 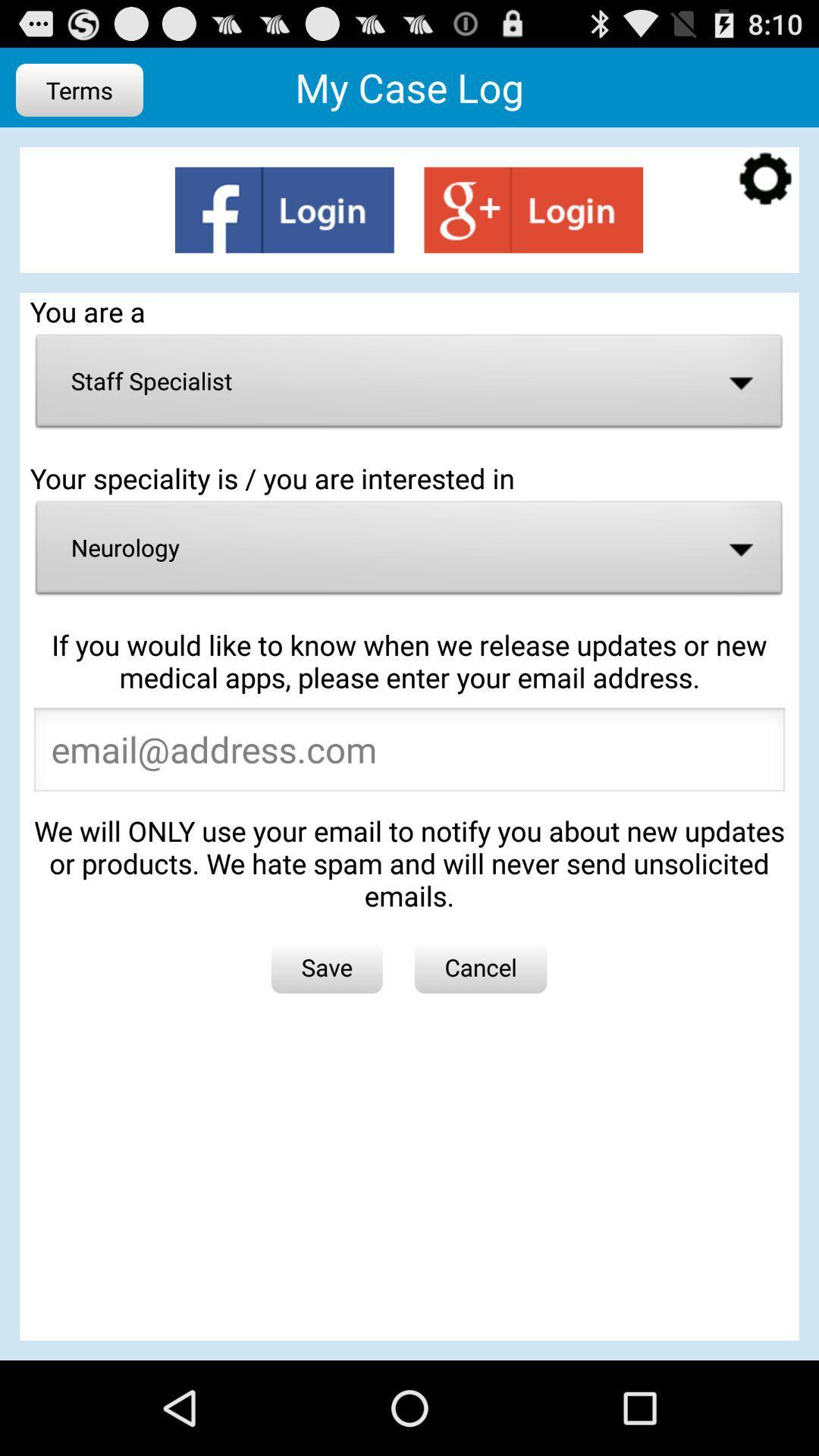 What do you see at coordinates (409, 754) in the screenshot?
I see `email pages` at bounding box center [409, 754].